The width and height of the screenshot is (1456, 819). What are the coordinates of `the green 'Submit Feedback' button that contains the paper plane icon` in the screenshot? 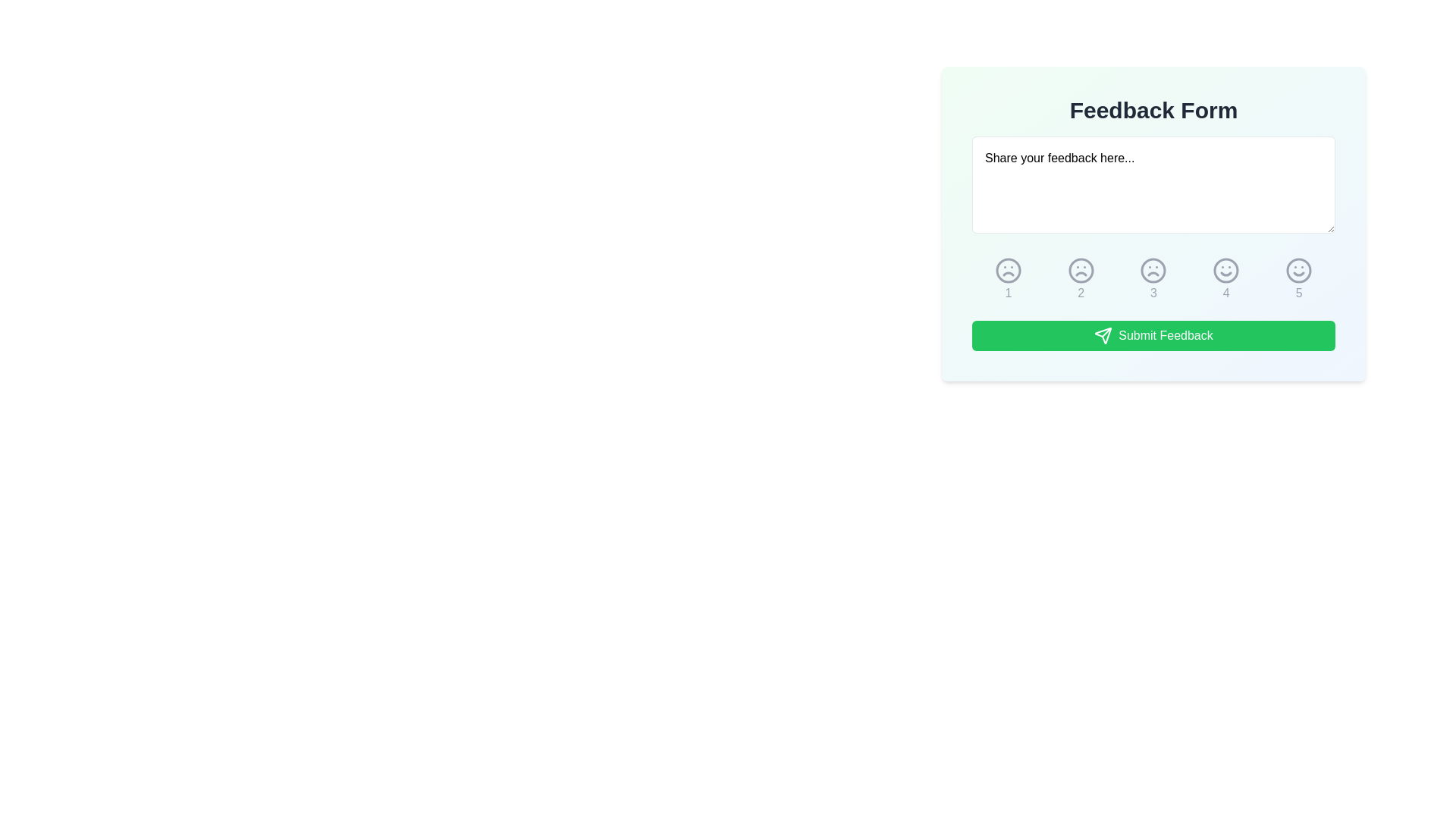 It's located at (1103, 335).